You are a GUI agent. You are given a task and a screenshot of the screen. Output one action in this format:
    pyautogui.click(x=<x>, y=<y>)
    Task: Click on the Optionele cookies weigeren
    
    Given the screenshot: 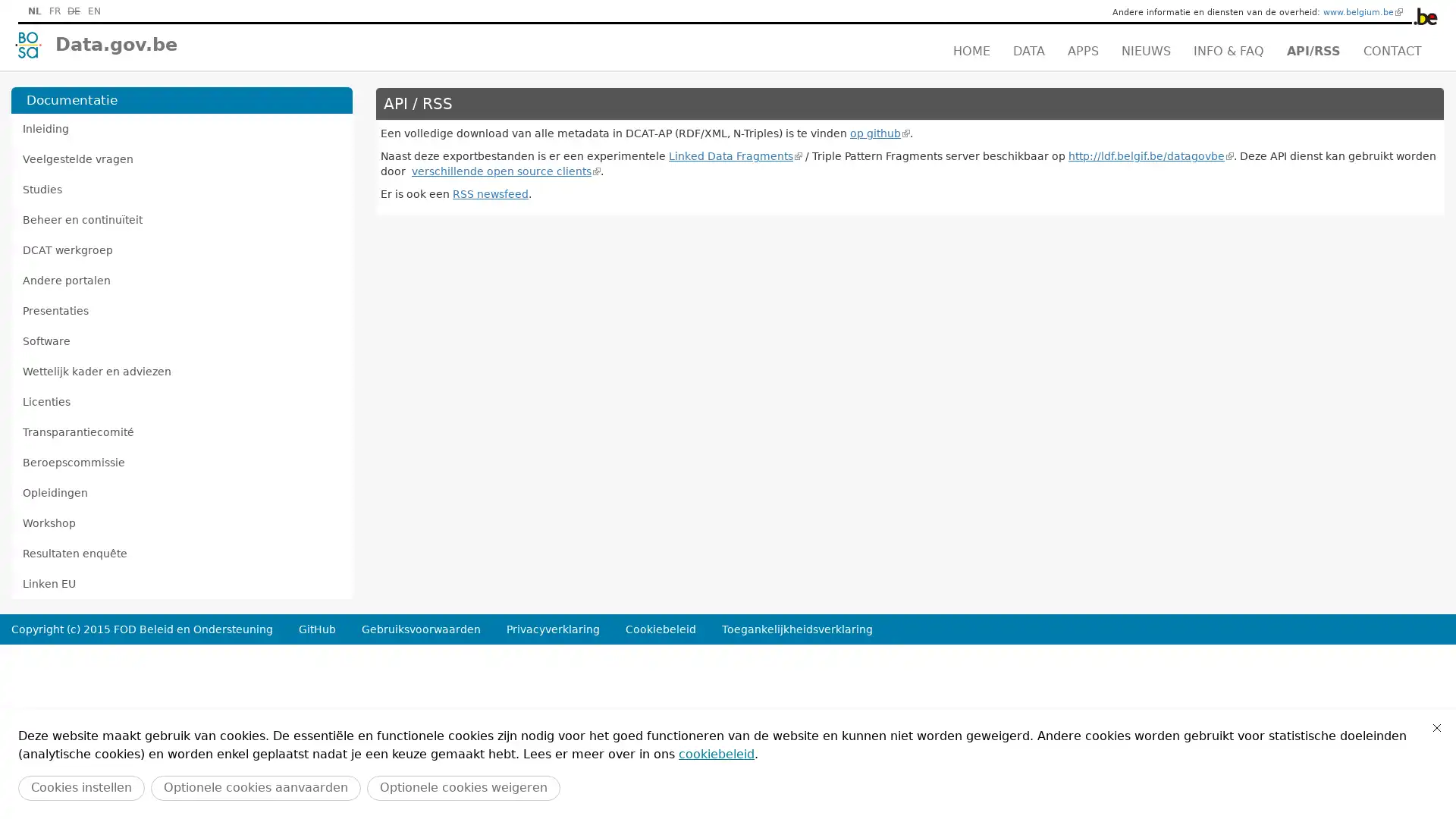 What is the action you would take?
    pyautogui.click(x=463, y=787)
    